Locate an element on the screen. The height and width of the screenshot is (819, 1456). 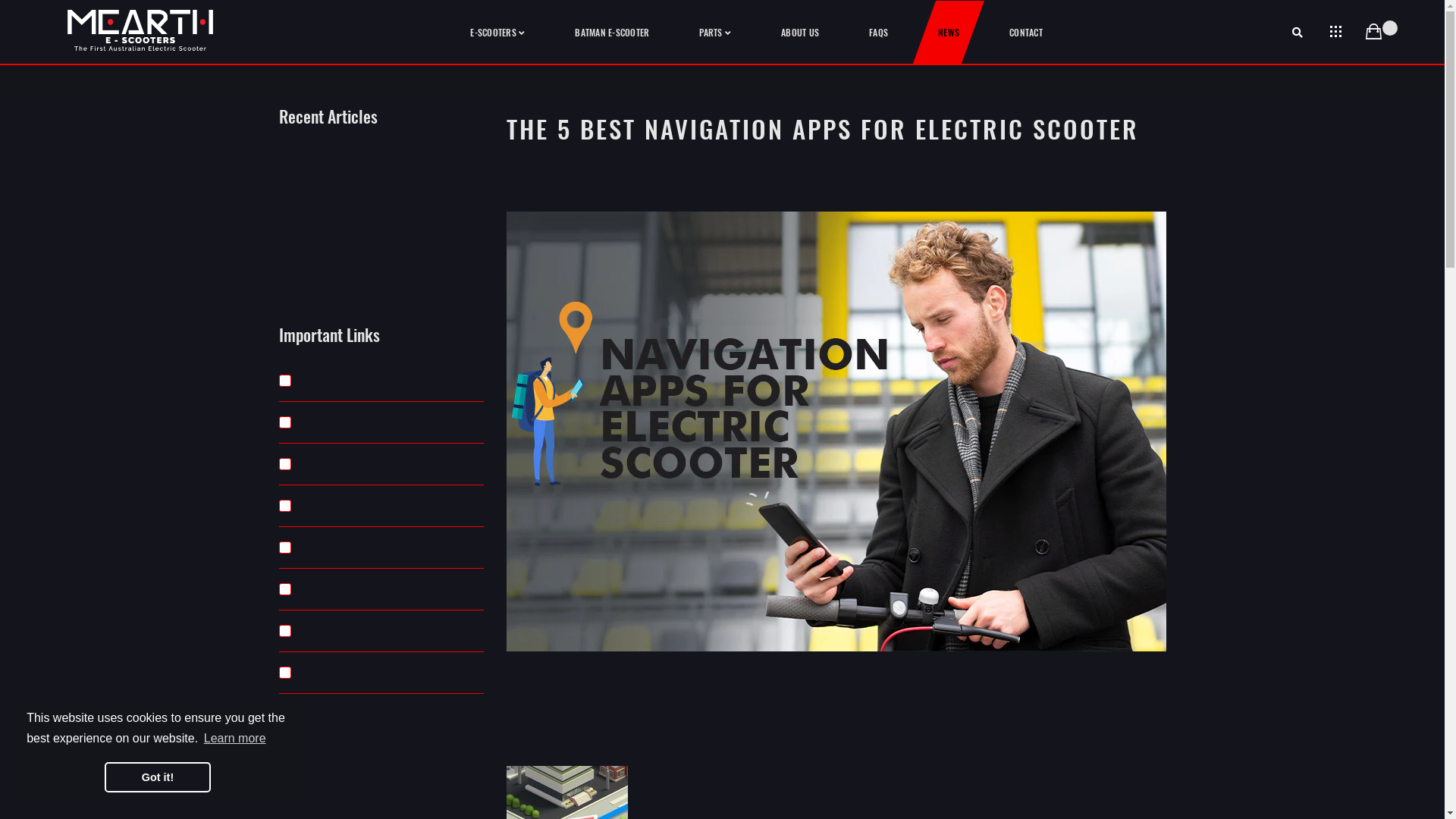
'CONTACT' is located at coordinates (1026, 32).